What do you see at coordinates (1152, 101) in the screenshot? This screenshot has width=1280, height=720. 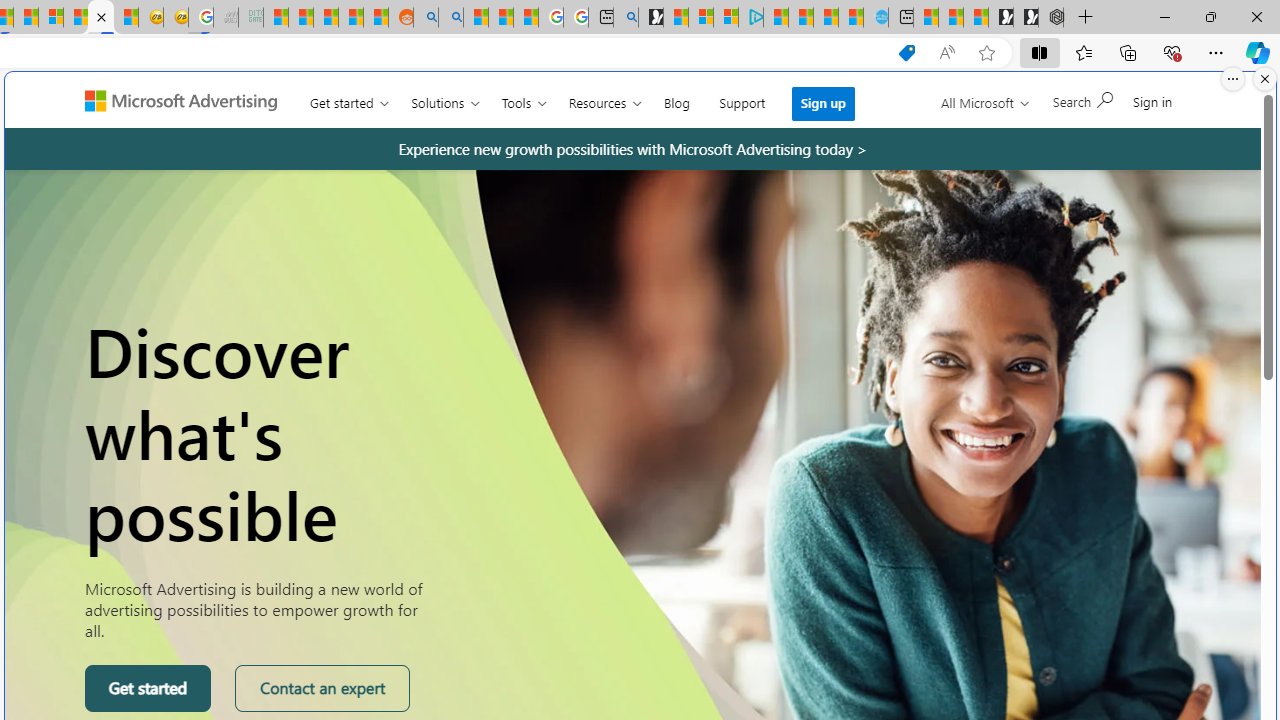 I see `'Sign in'` at bounding box center [1152, 101].